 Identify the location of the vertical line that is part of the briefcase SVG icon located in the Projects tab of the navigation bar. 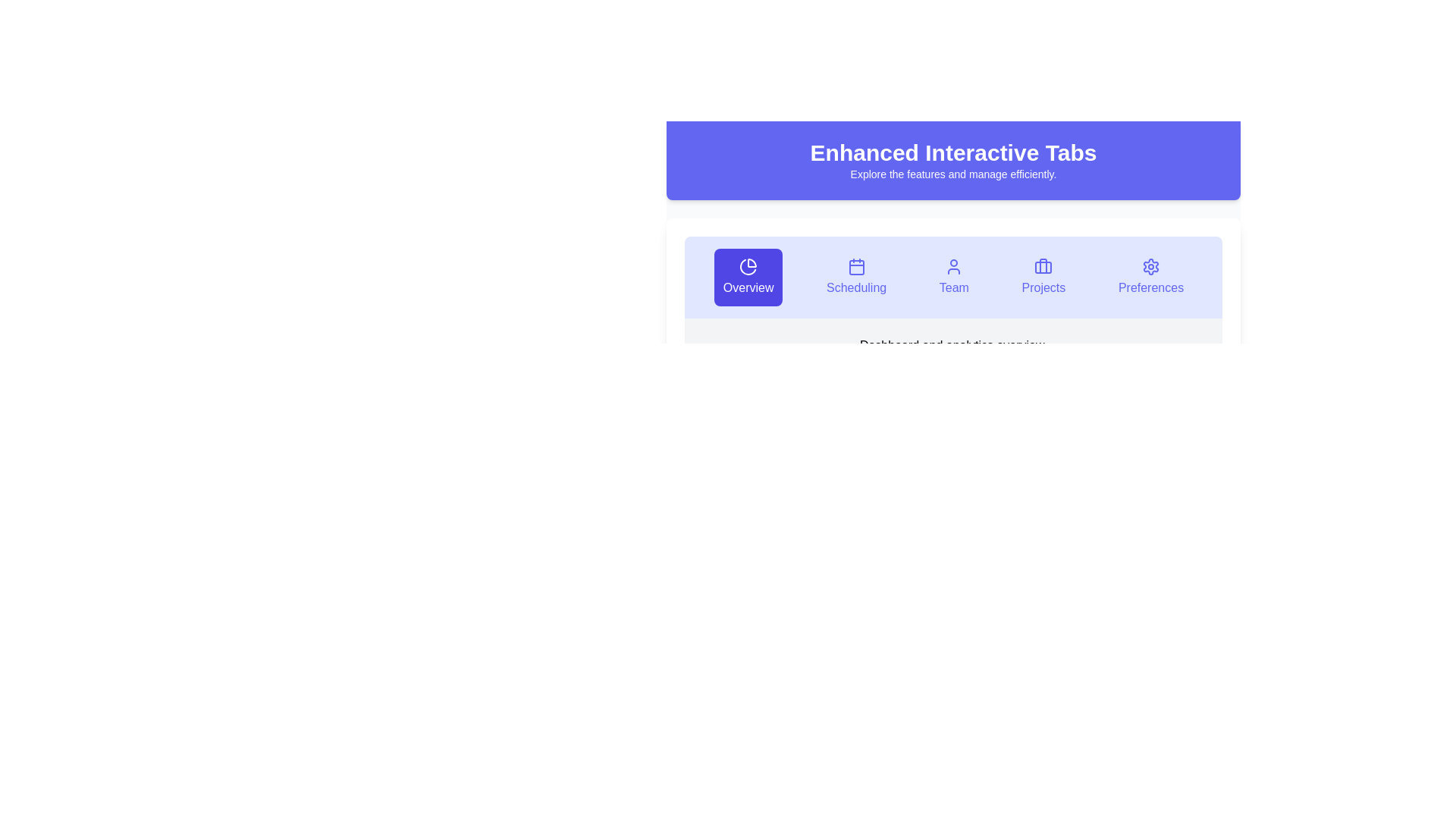
(1043, 265).